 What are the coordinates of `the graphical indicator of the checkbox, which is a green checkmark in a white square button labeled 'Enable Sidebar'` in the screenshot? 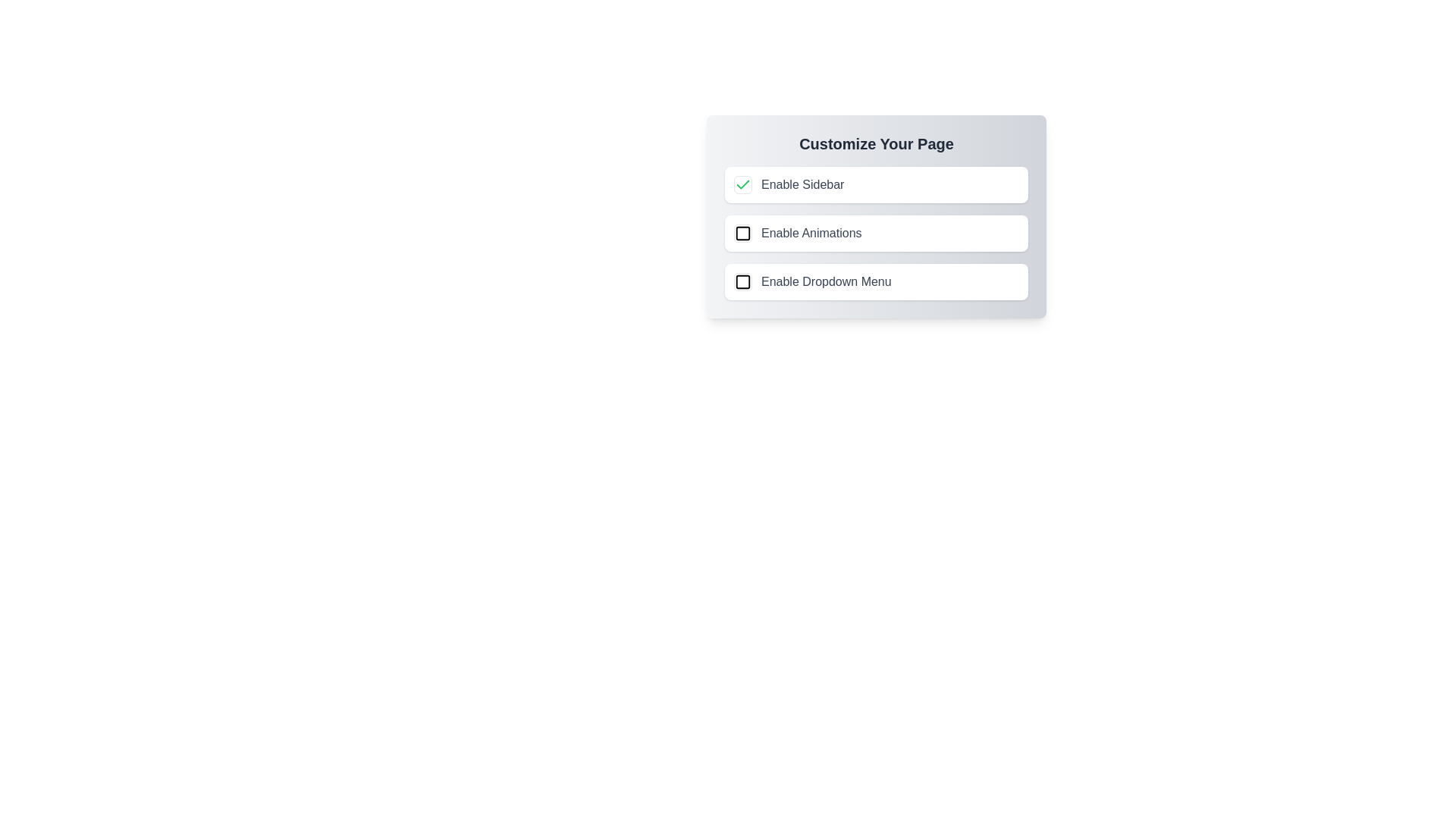 It's located at (742, 184).